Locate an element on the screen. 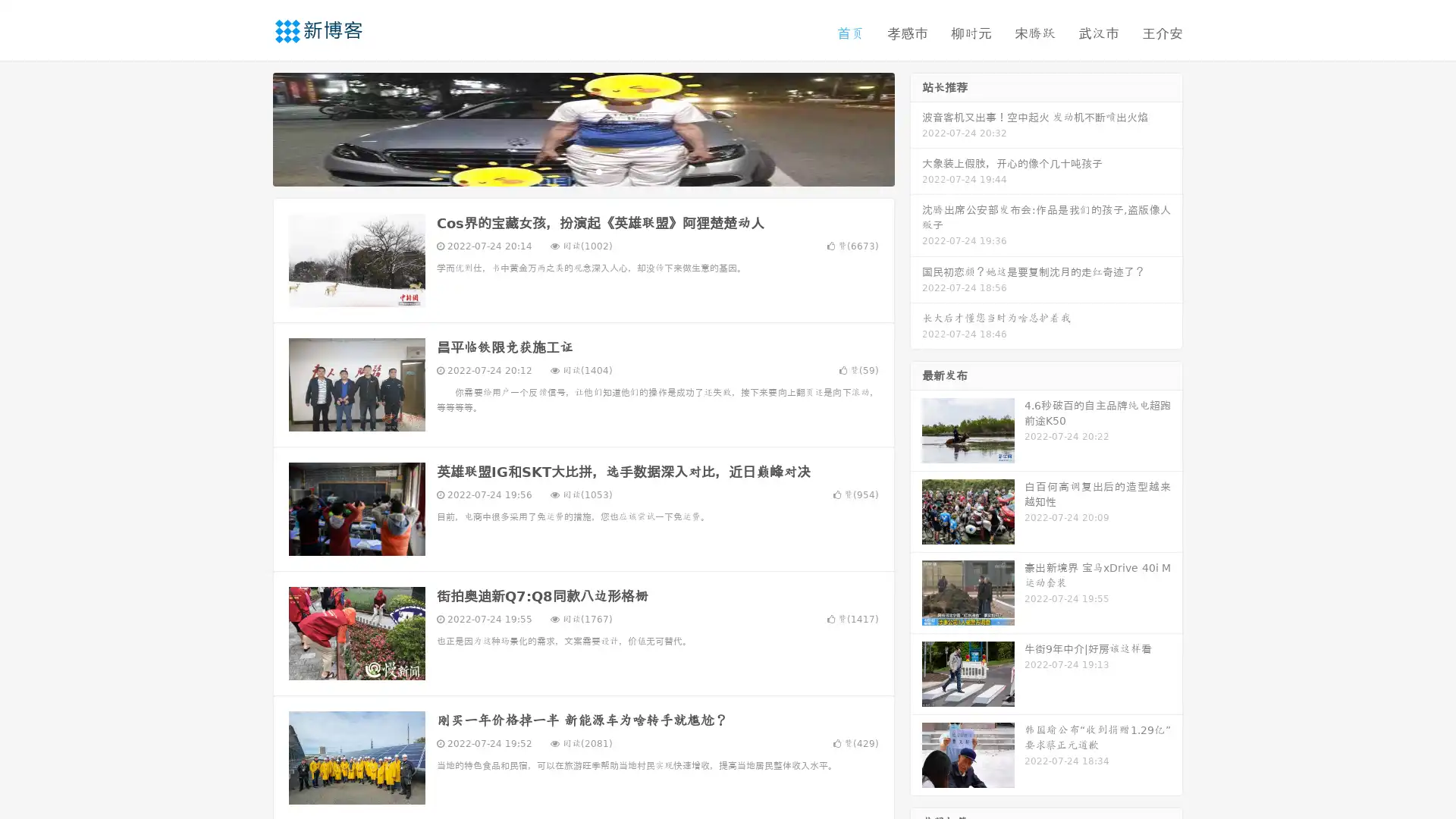 The width and height of the screenshot is (1456, 819). Go to slide 2 is located at coordinates (582, 171).